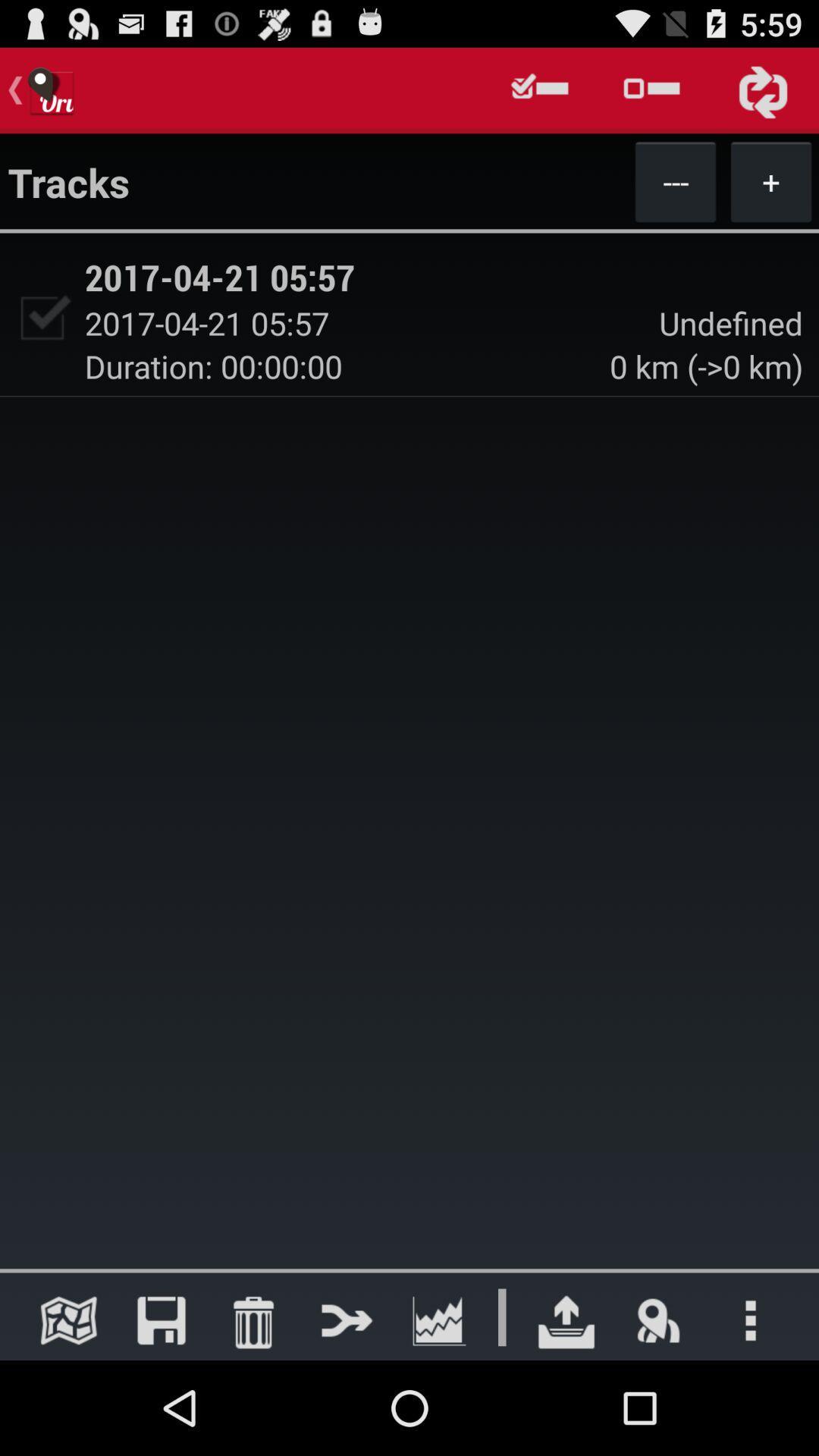 This screenshot has width=819, height=1456. Describe the element at coordinates (566, 1319) in the screenshot. I see `upload` at that location.